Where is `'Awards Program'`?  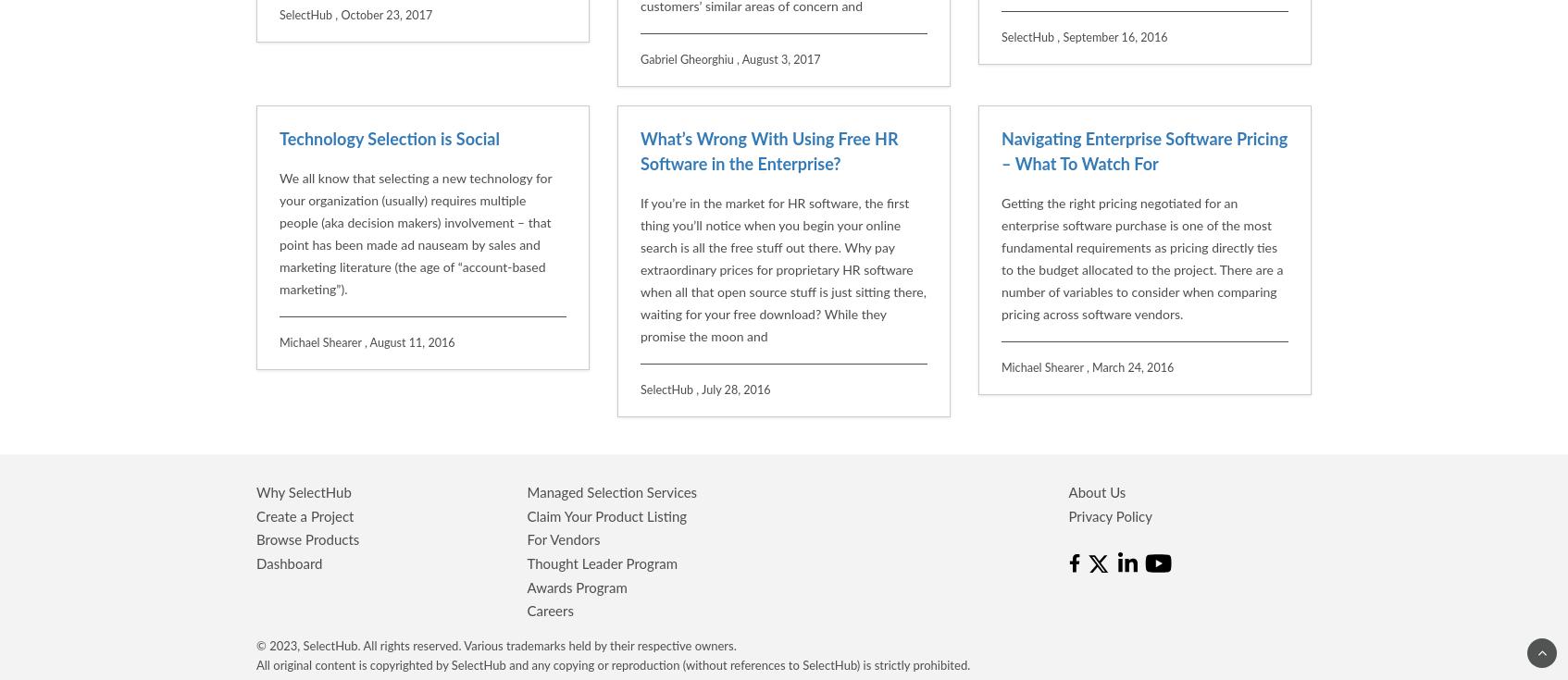
'Awards Program' is located at coordinates (527, 398).